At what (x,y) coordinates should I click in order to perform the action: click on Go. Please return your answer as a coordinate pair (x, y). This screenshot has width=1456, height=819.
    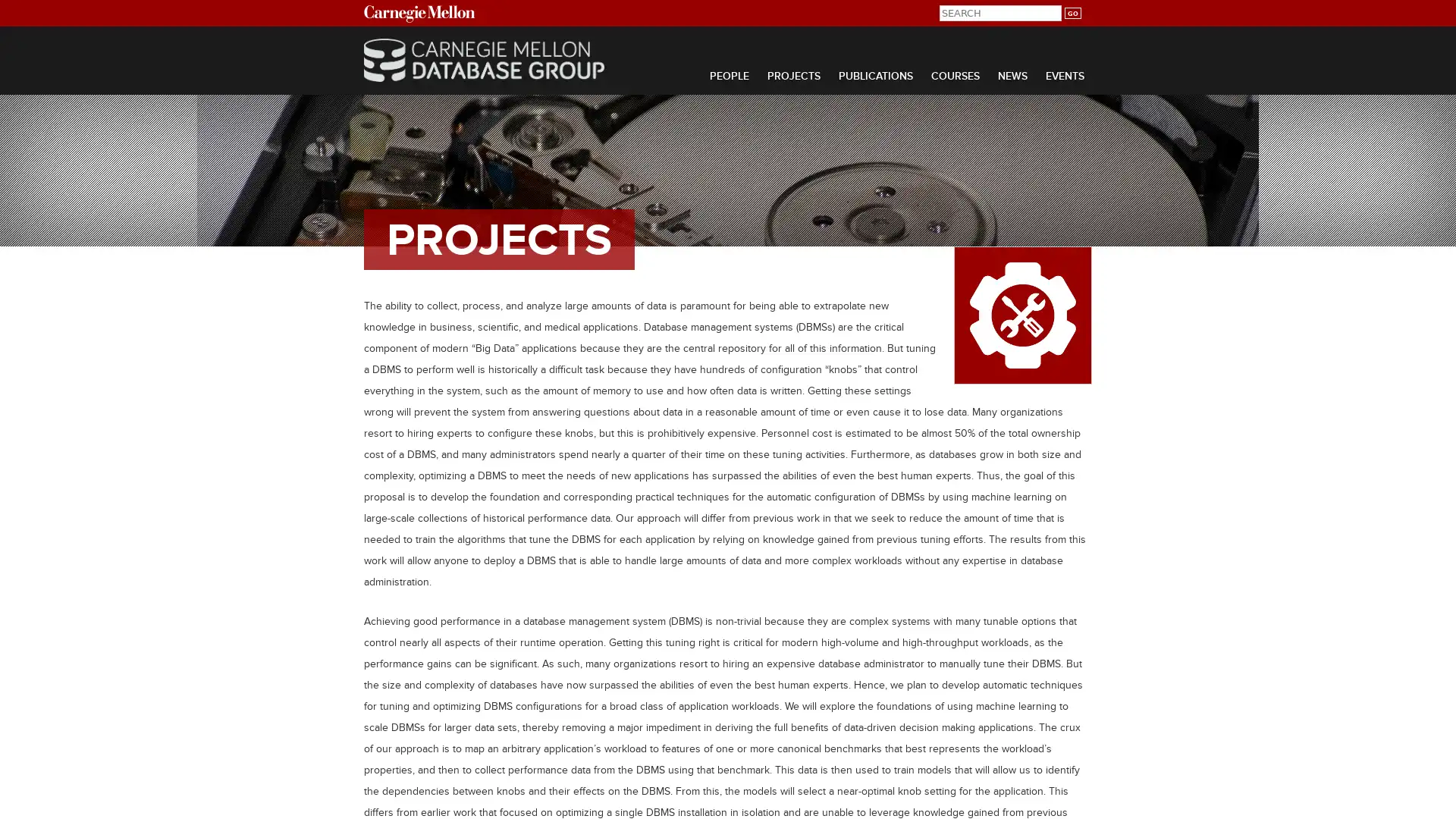
    Looking at the image, I should click on (1072, 13).